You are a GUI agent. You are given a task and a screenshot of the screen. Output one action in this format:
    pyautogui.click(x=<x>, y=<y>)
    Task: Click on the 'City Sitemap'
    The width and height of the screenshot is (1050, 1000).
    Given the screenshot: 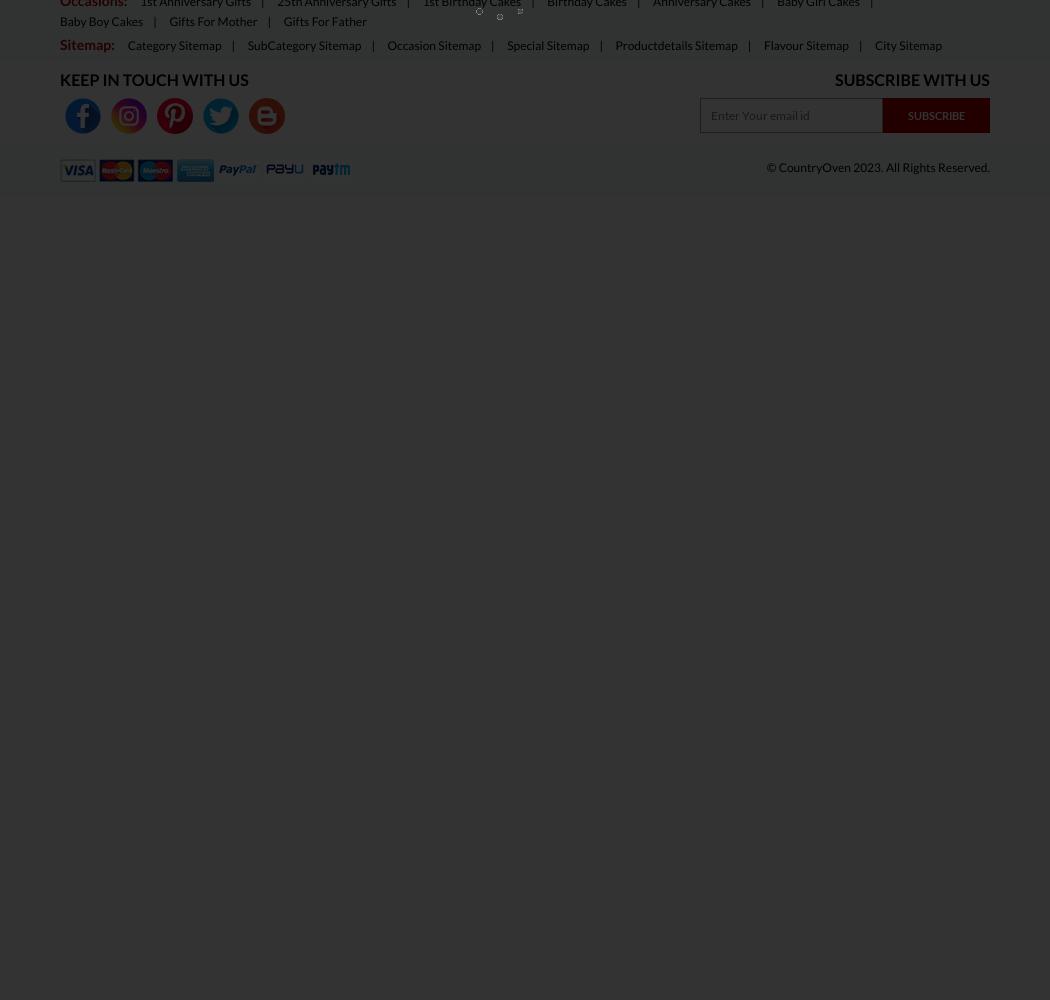 What is the action you would take?
    pyautogui.click(x=908, y=45)
    